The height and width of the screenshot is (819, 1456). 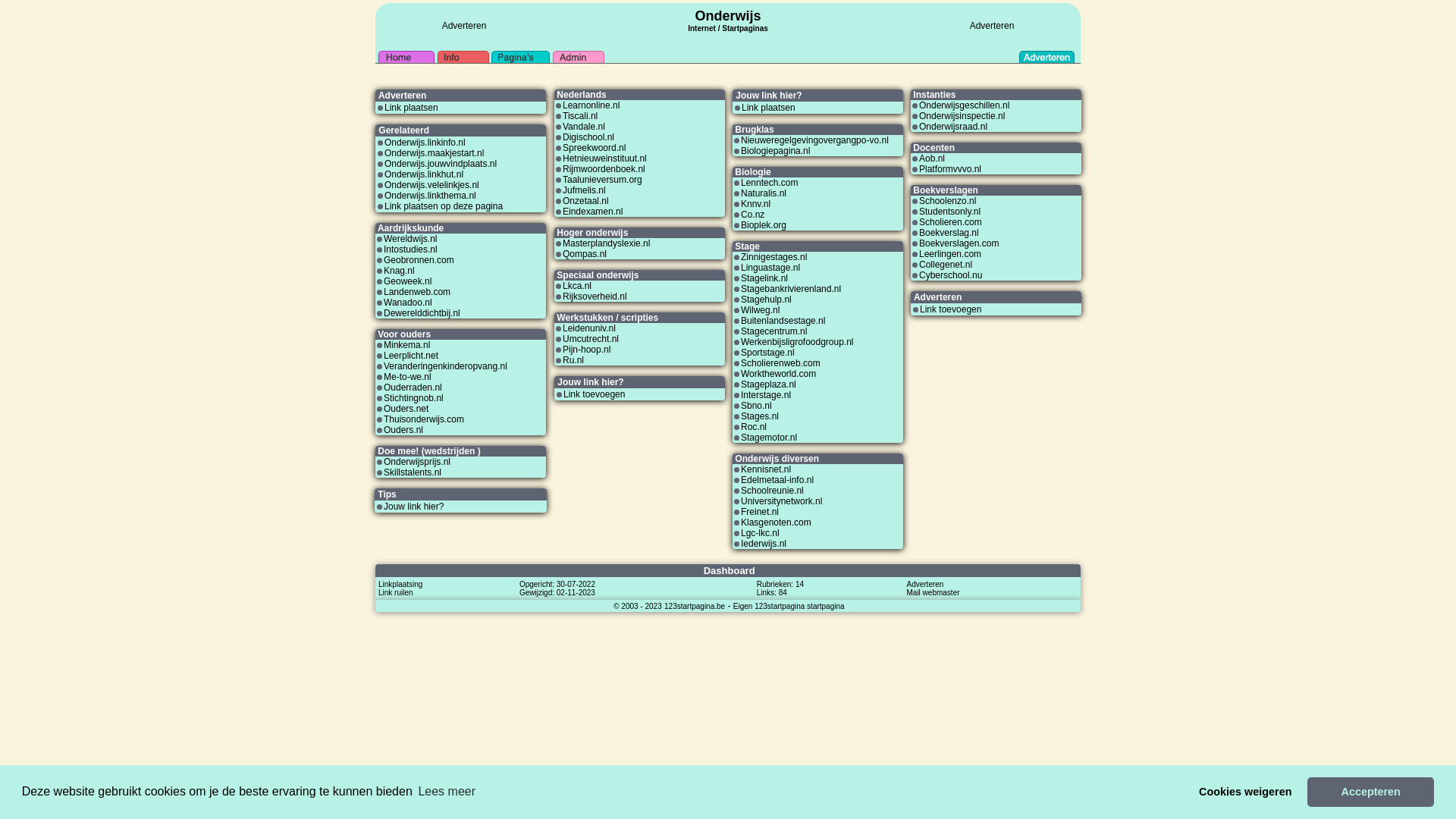 What do you see at coordinates (411, 356) in the screenshot?
I see `'Leerplicht.net'` at bounding box center [411, 356].